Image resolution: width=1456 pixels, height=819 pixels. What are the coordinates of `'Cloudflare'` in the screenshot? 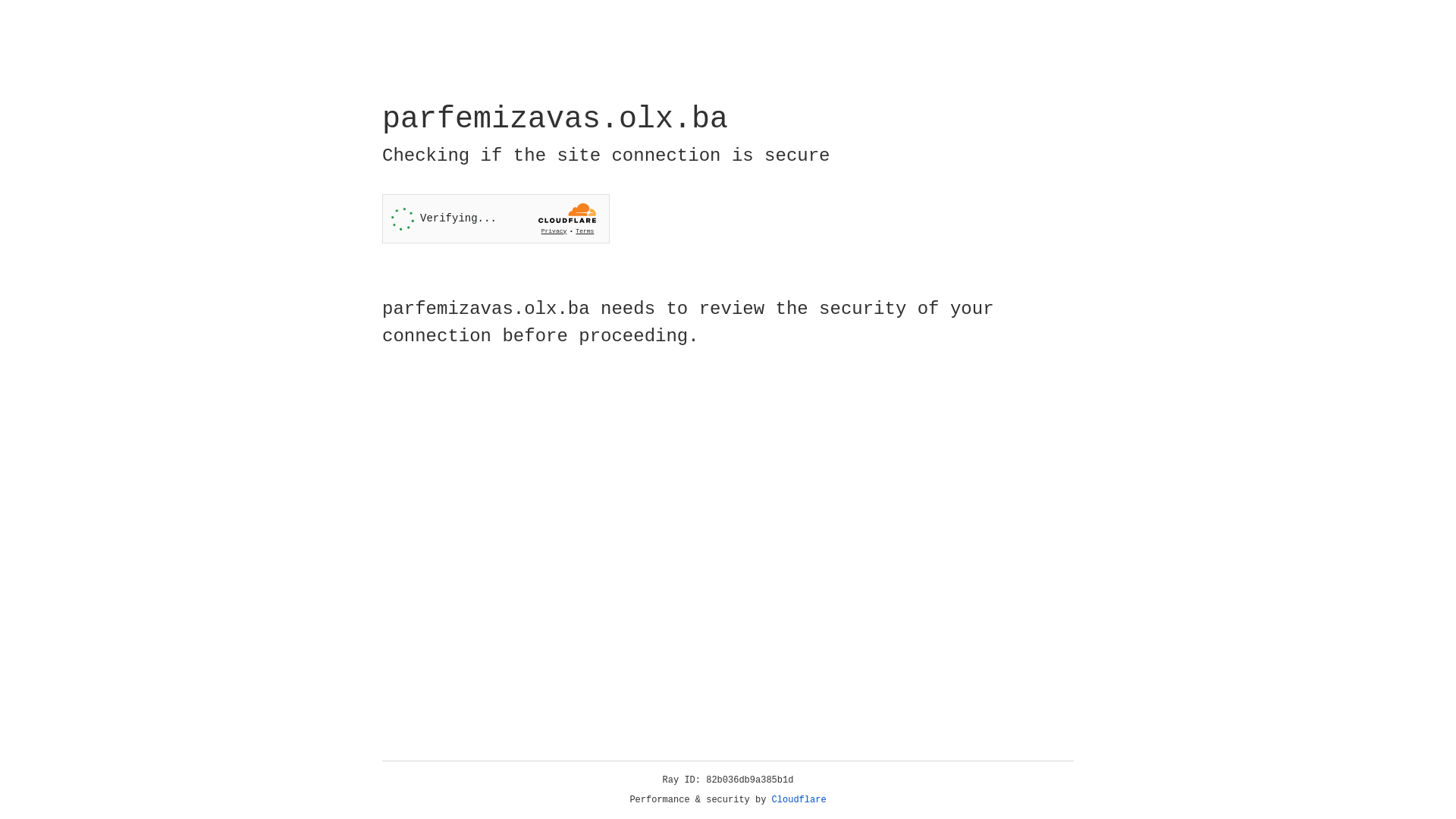 It's located at (799, 799).